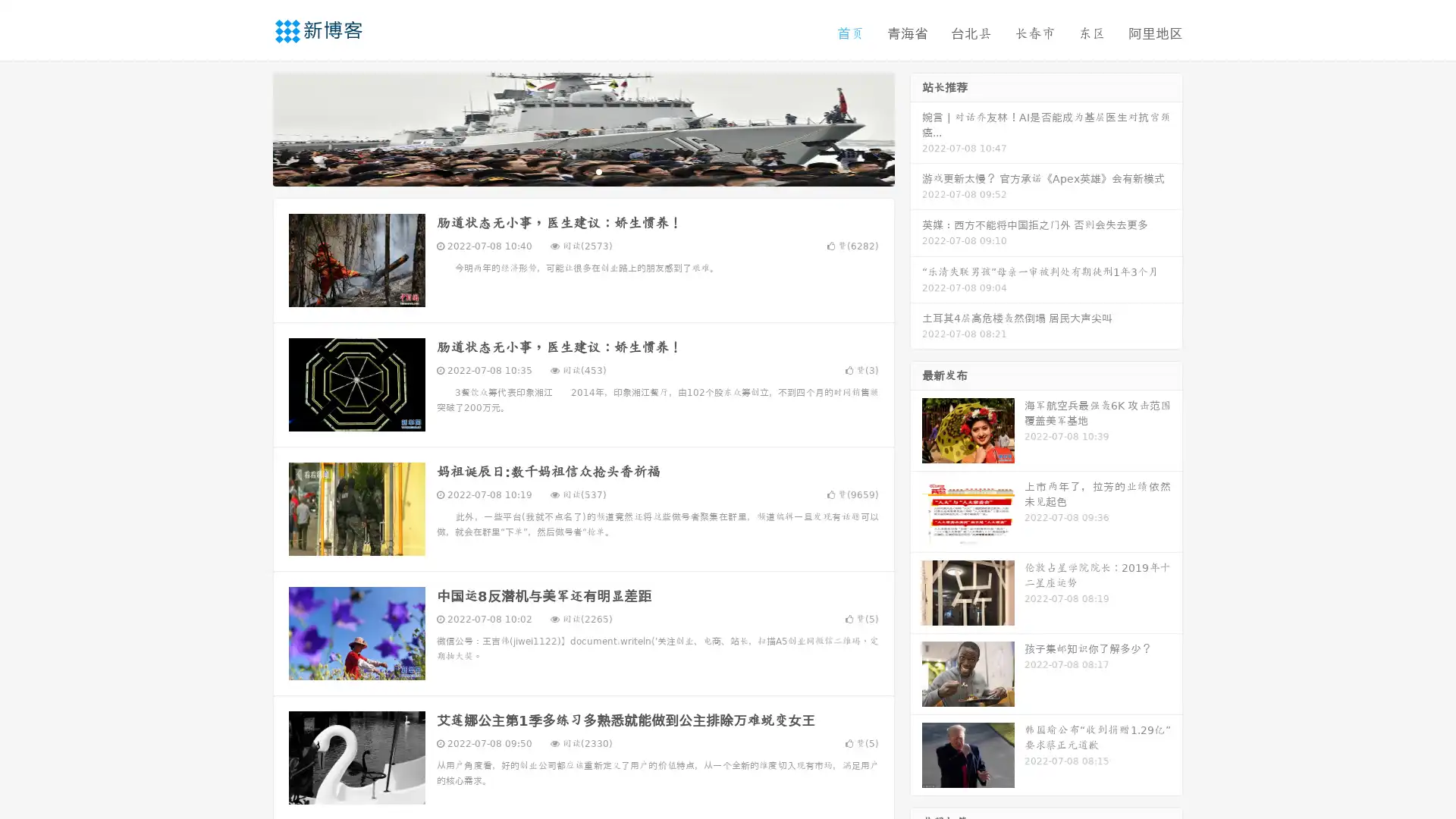  I want to click on Go to slide 2, so click(582, 171).